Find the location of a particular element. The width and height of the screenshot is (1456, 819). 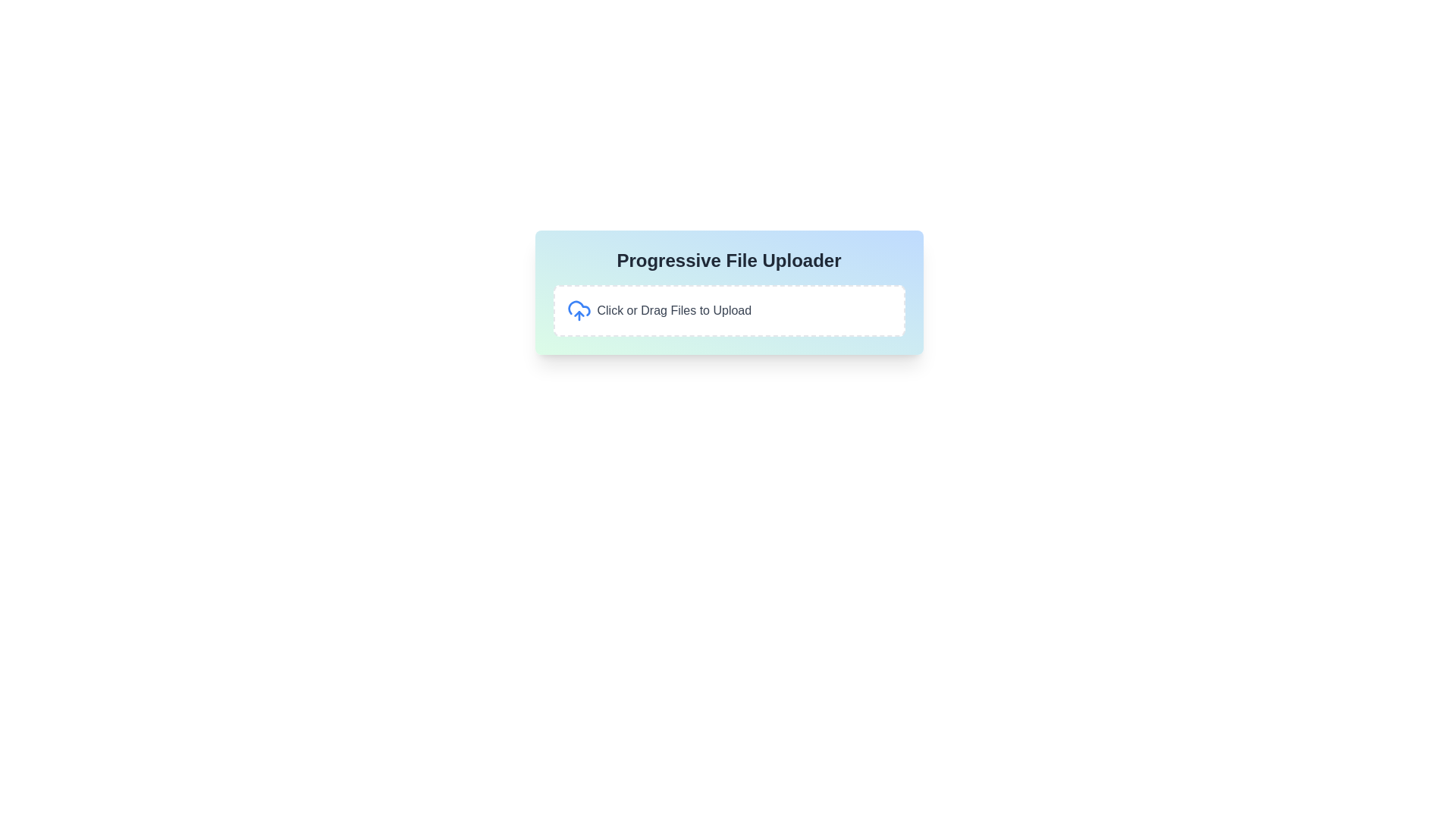

the static text label displaying 'Progressive File Uploader', which is styled with a bold font and dark gray color, located at the top section of a card-like interface is located at coordinates (729, 259).